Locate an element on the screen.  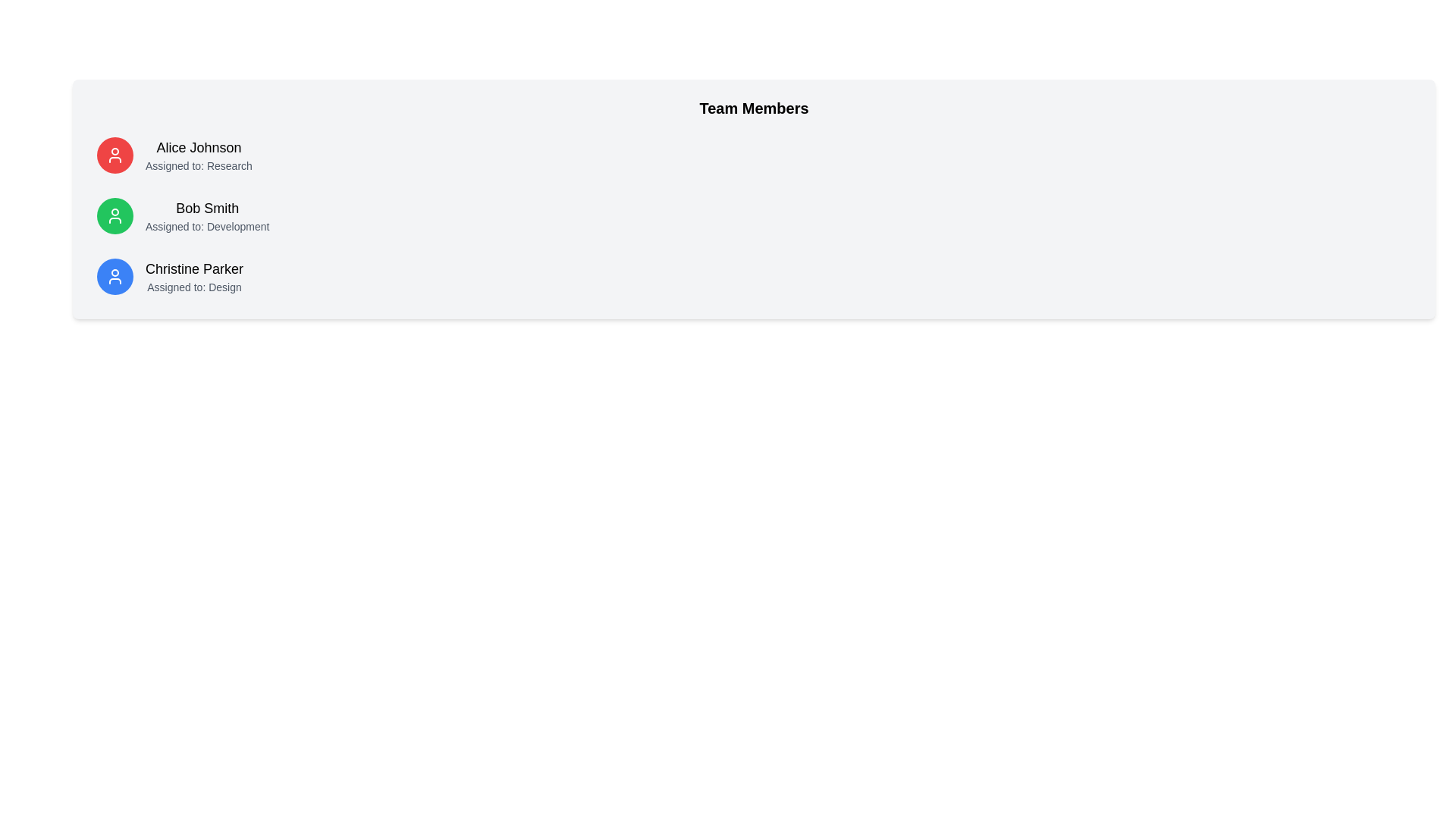
the user profile icon for 'Christine Parker', which is the leftmost component in the third row of the team members list is located at coordinates (115, 277).